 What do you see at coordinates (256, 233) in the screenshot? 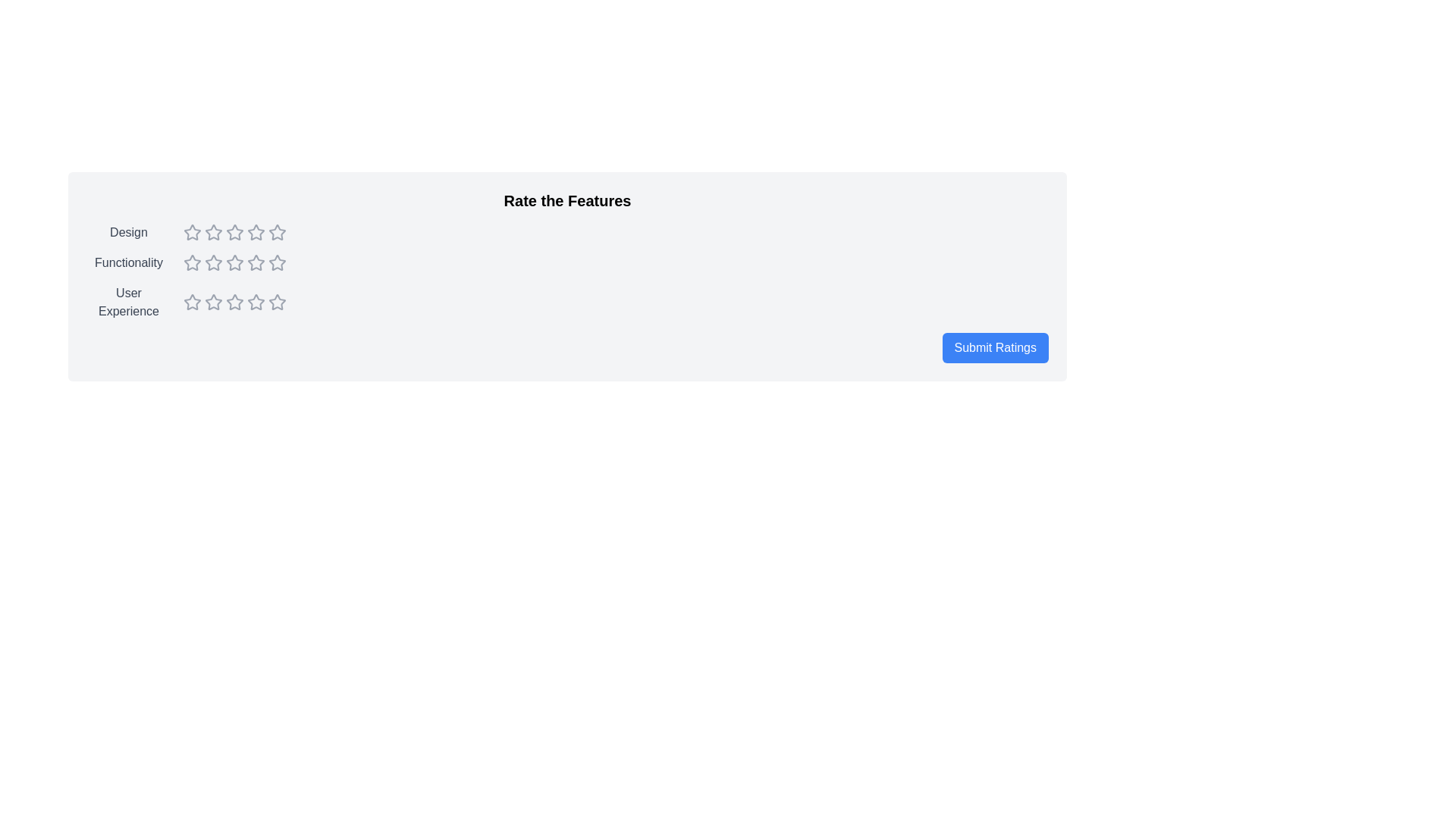
I see `the sixth star icon in the rating widget for the 'Design' category` at bounding box center [256, 233].